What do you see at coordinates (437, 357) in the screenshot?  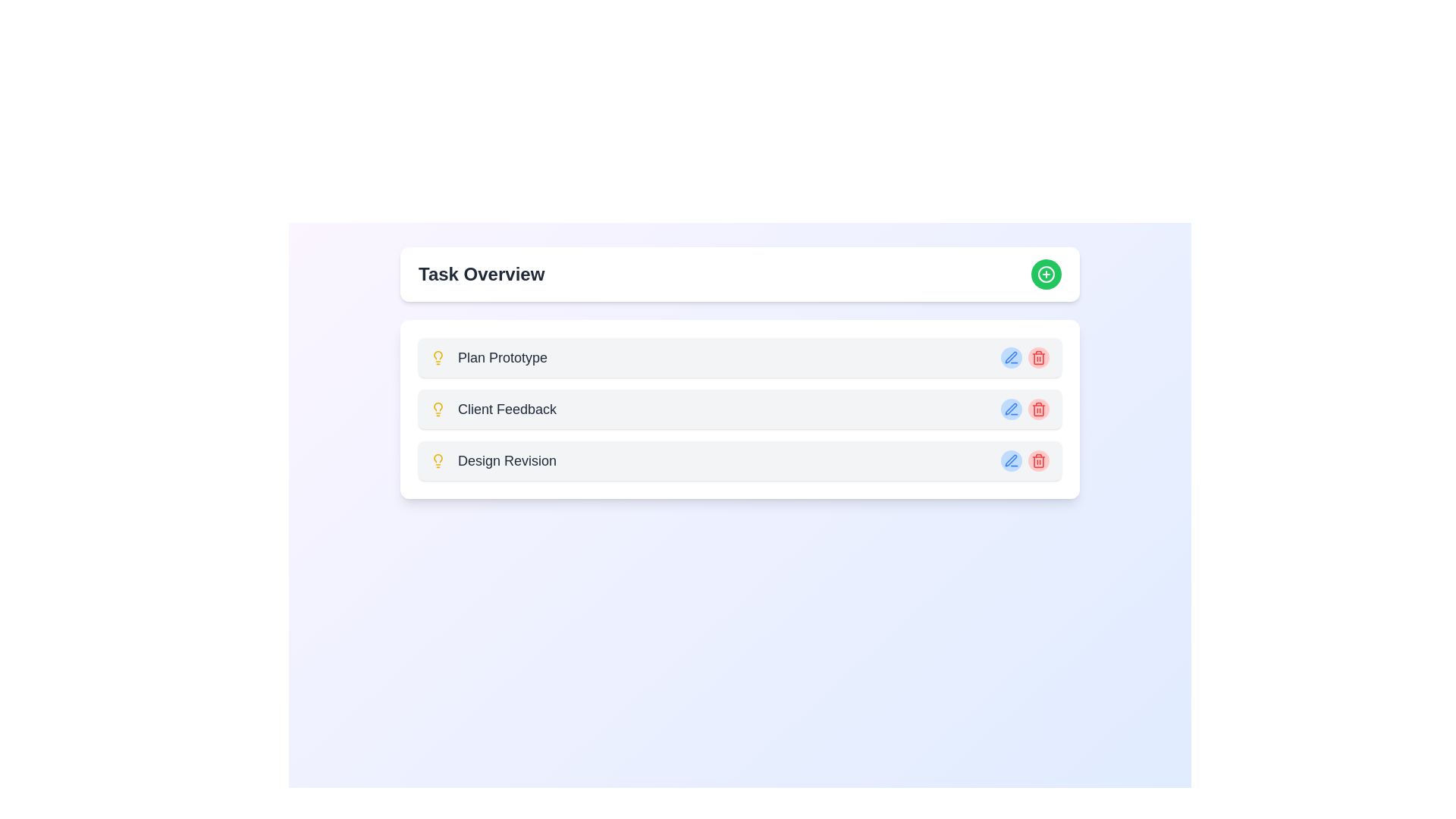 I see `the yellow lightbulb icon located on the left side of the 'Plan Prototype' text in the first row under the 'Task Overview' section` at bounding box center [437, 357].